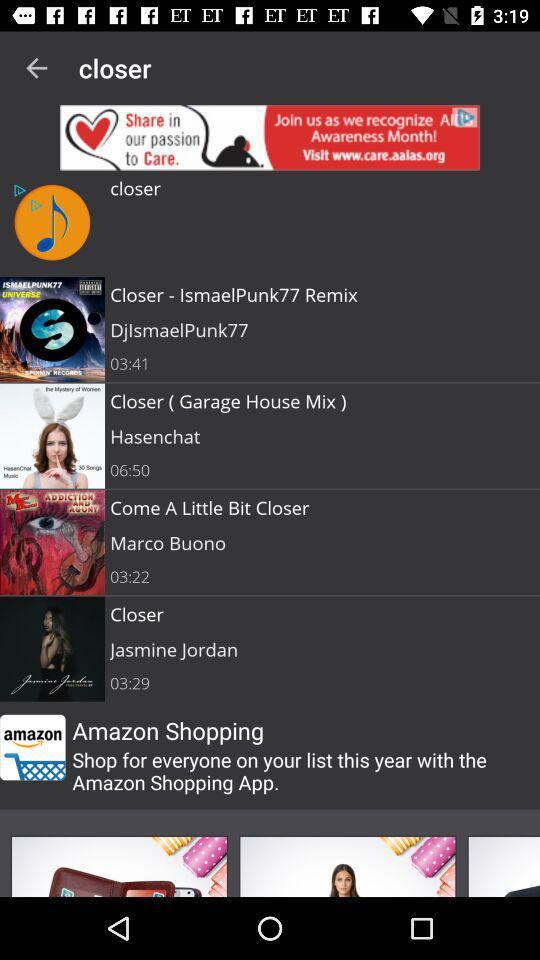 This screenshot has height=960, width=540. I want to click on open photo, so click(346, 865).